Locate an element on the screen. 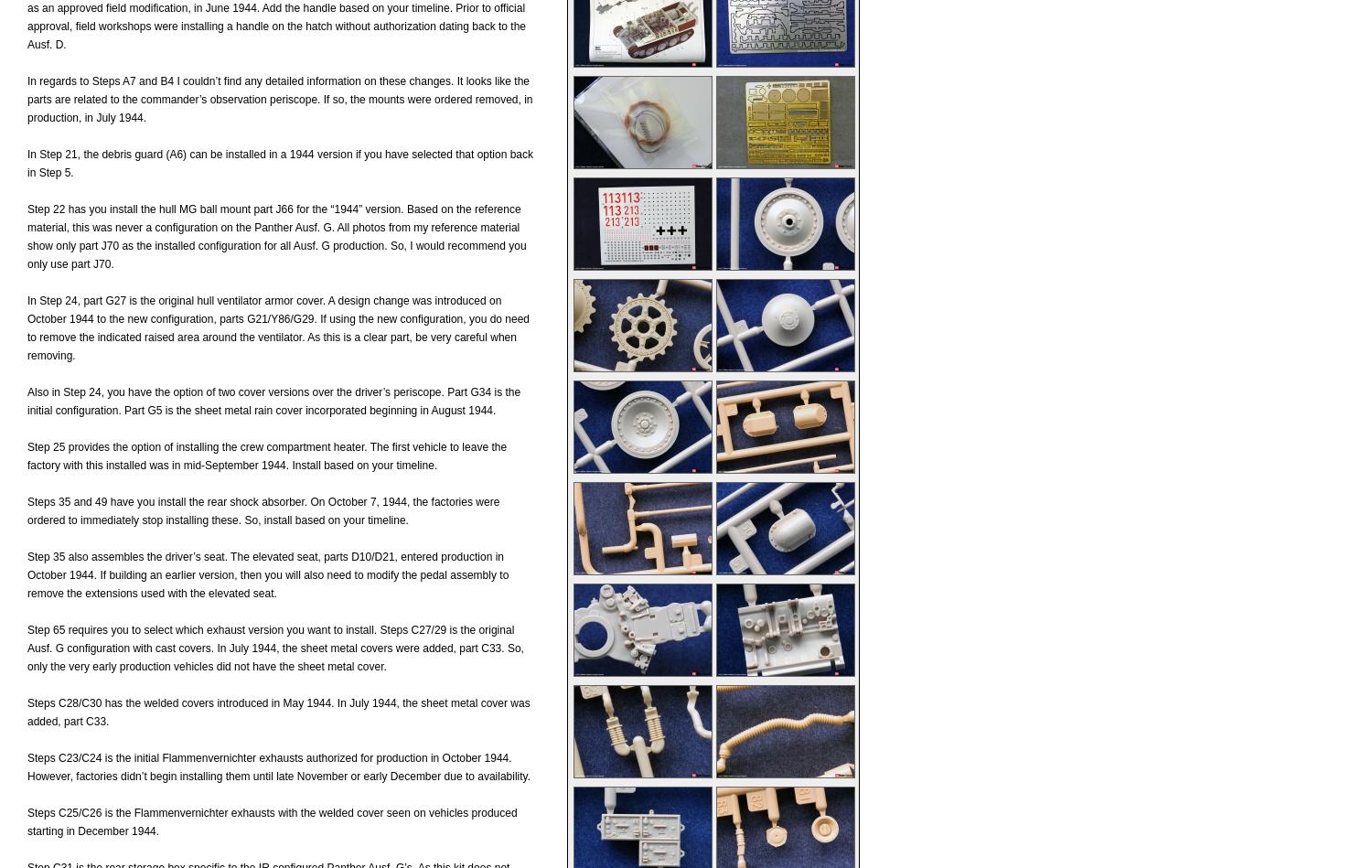 The width and height of the screenshot is (1372, 868). 'Step 25 provides the option of installing the crew compartment heater. The first vehicle to leave the factory with this installed was in mid-September 1944. Install based on your timeline.' is located at coordinates (27, 455).